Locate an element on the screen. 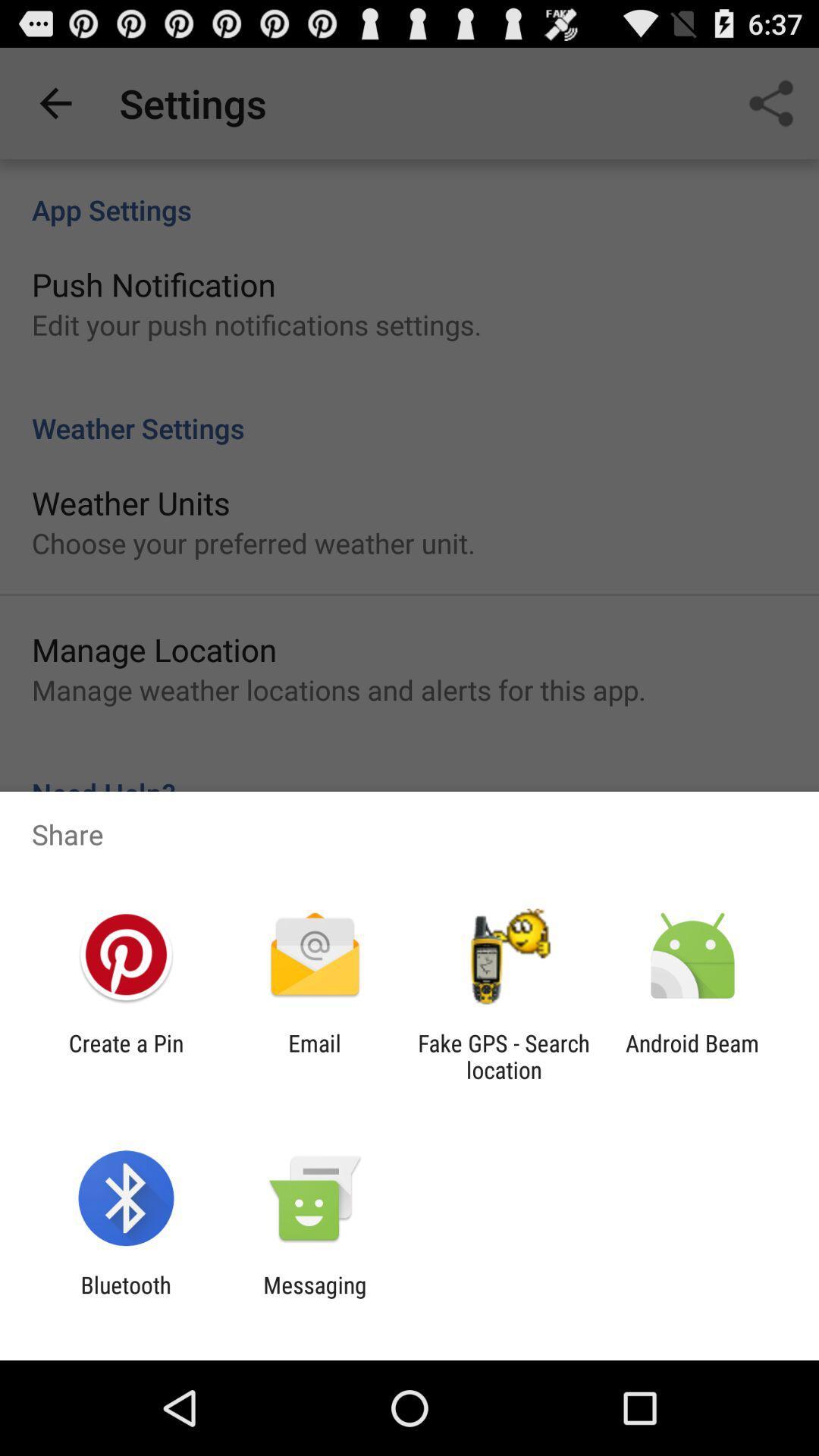  the icon at the bottom right corner is located at coordinates (692, 1056).